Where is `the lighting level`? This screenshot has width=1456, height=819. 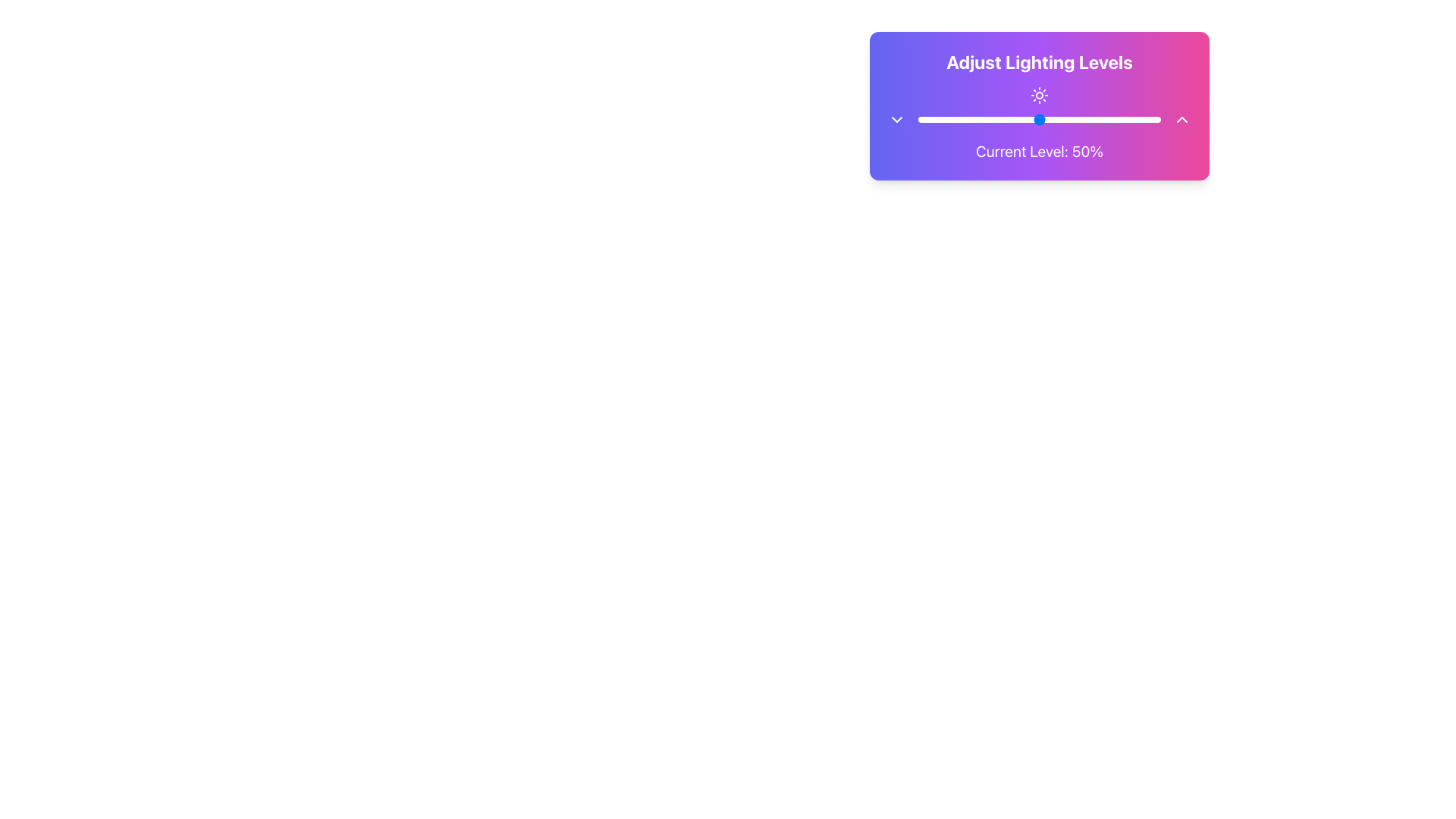 the lighting level is located at coordinates (1053, 119).